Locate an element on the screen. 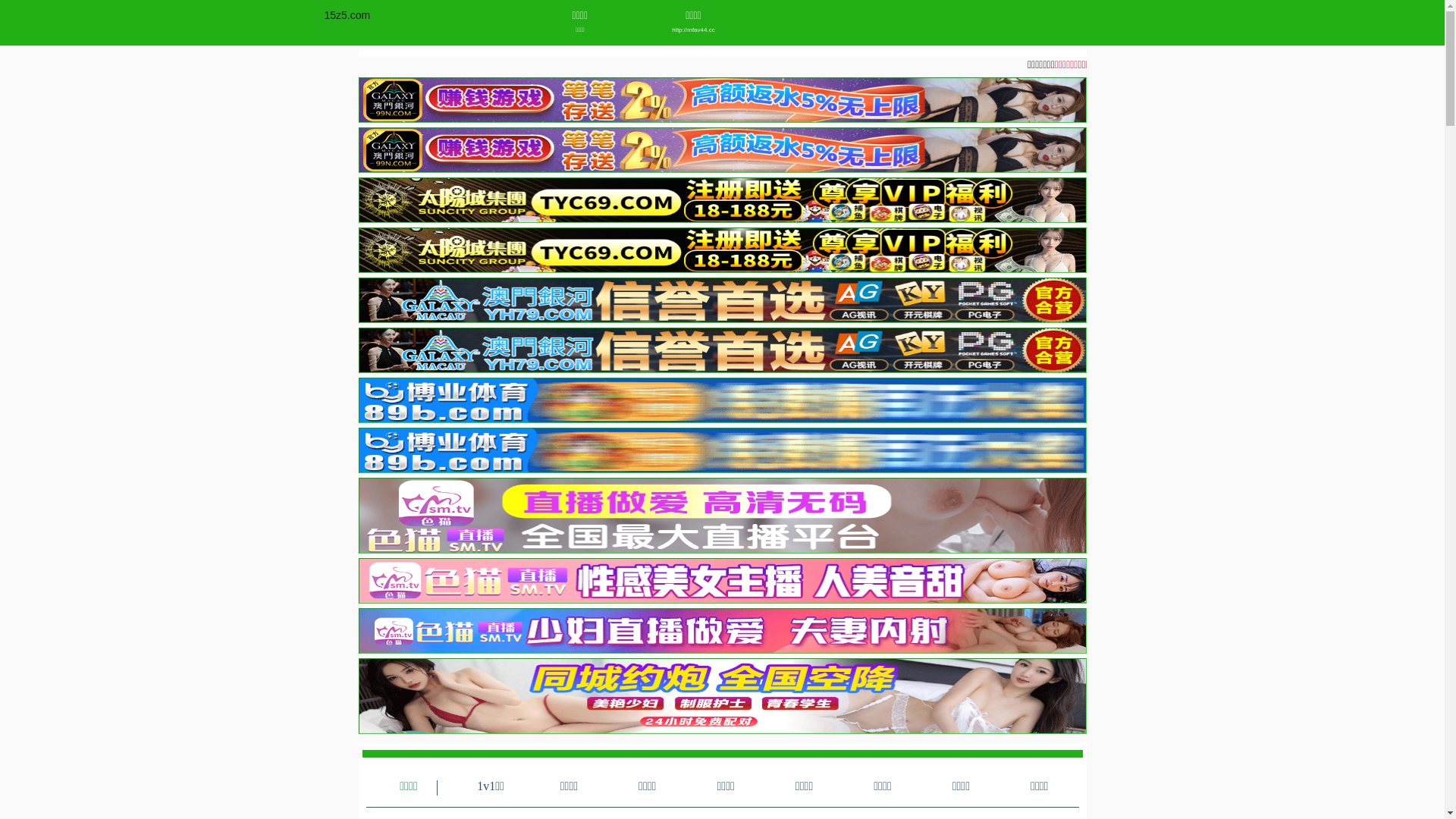 The width and height of the screenshot is (1456, 819). '15z5.com' is located at coordinates (347, 14).